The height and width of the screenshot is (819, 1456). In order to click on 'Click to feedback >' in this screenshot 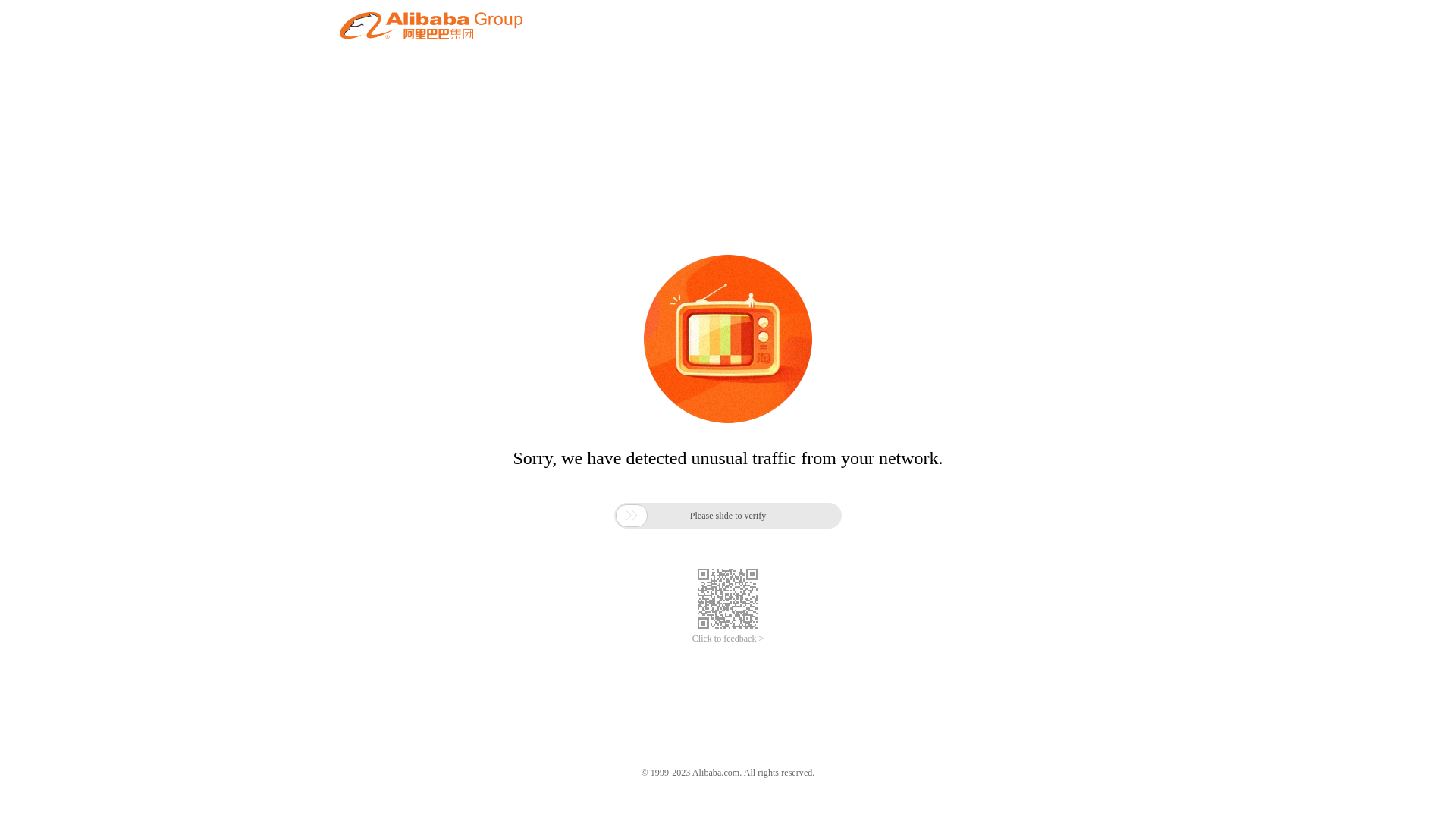, I will do `click(728, 639)`.